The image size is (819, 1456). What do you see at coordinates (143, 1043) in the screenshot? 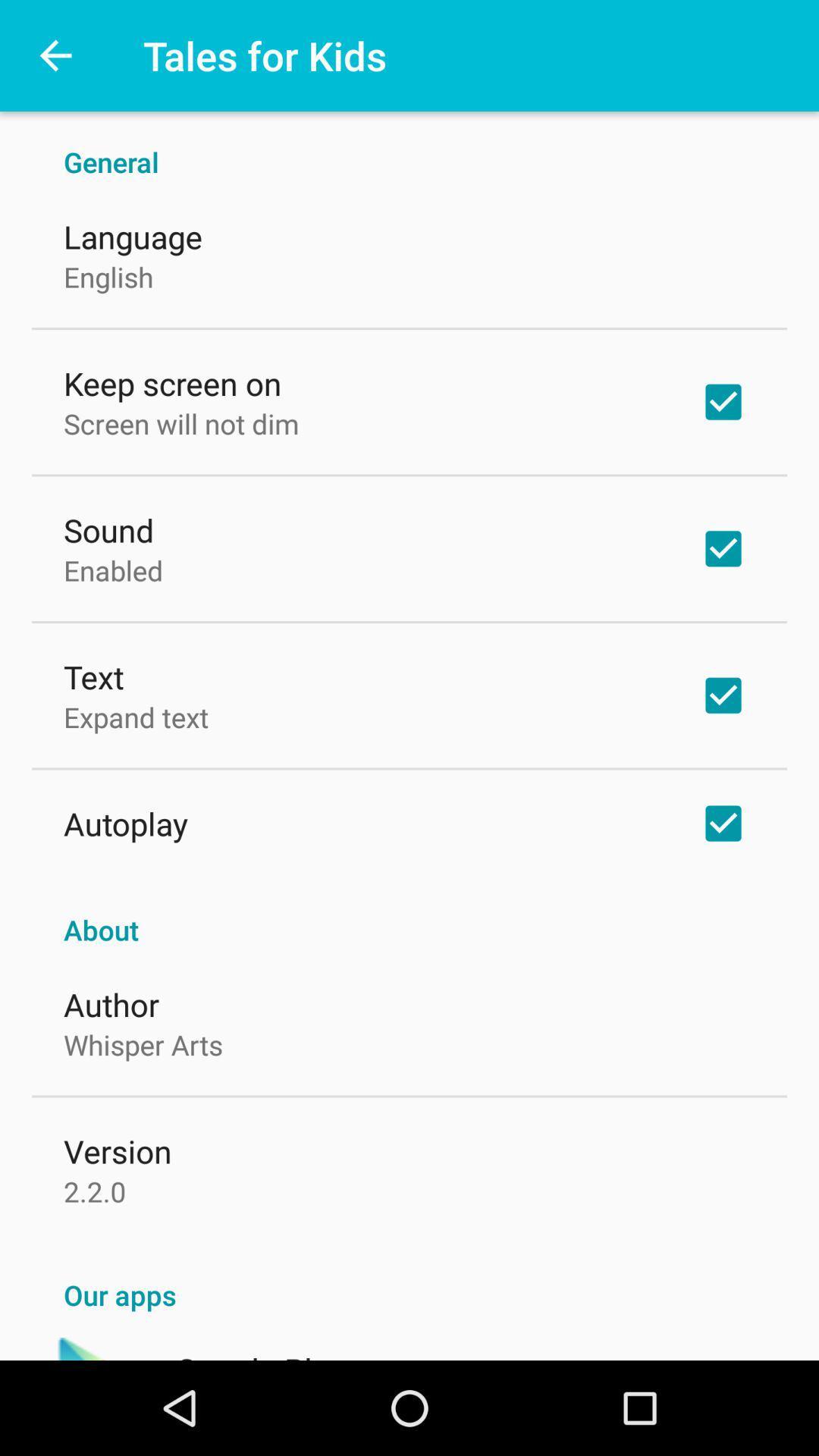
I see `whisper arts` at bounding box center [143, 1043].